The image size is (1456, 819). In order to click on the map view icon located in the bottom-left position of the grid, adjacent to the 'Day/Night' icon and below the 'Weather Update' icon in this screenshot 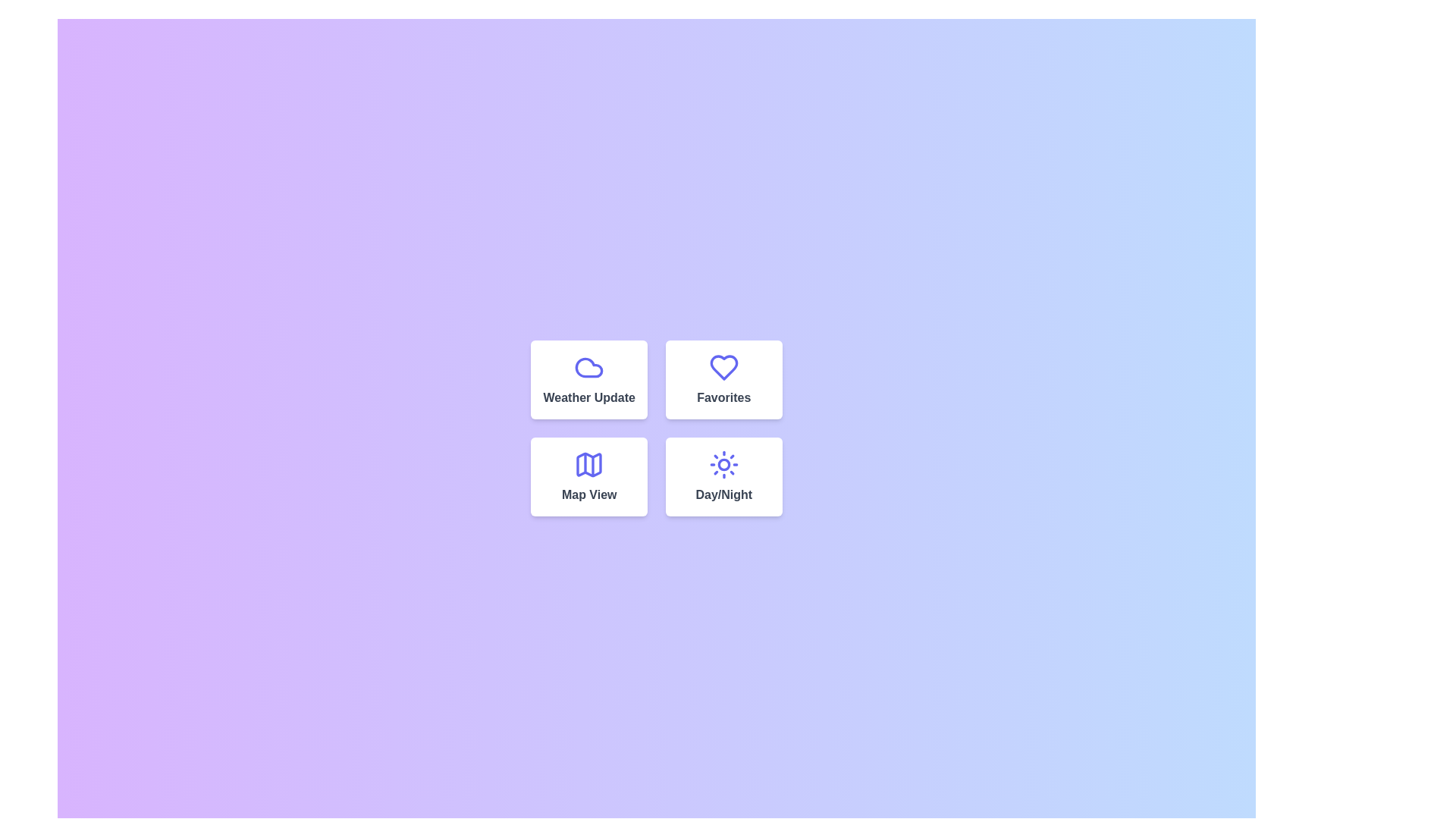, I will do `click(588, 464)`.